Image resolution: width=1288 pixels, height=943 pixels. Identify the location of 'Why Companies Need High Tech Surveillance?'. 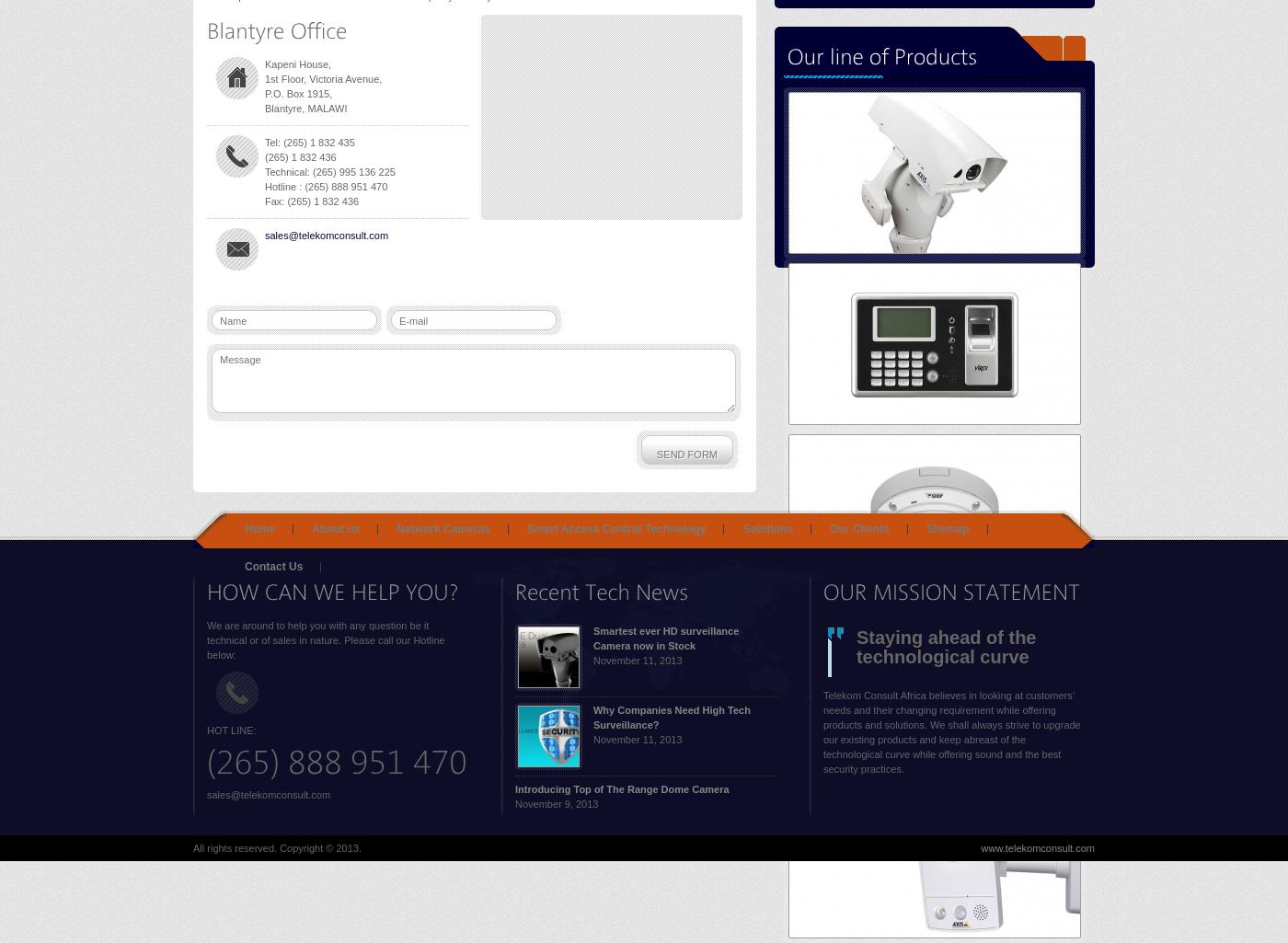
(671, 718).